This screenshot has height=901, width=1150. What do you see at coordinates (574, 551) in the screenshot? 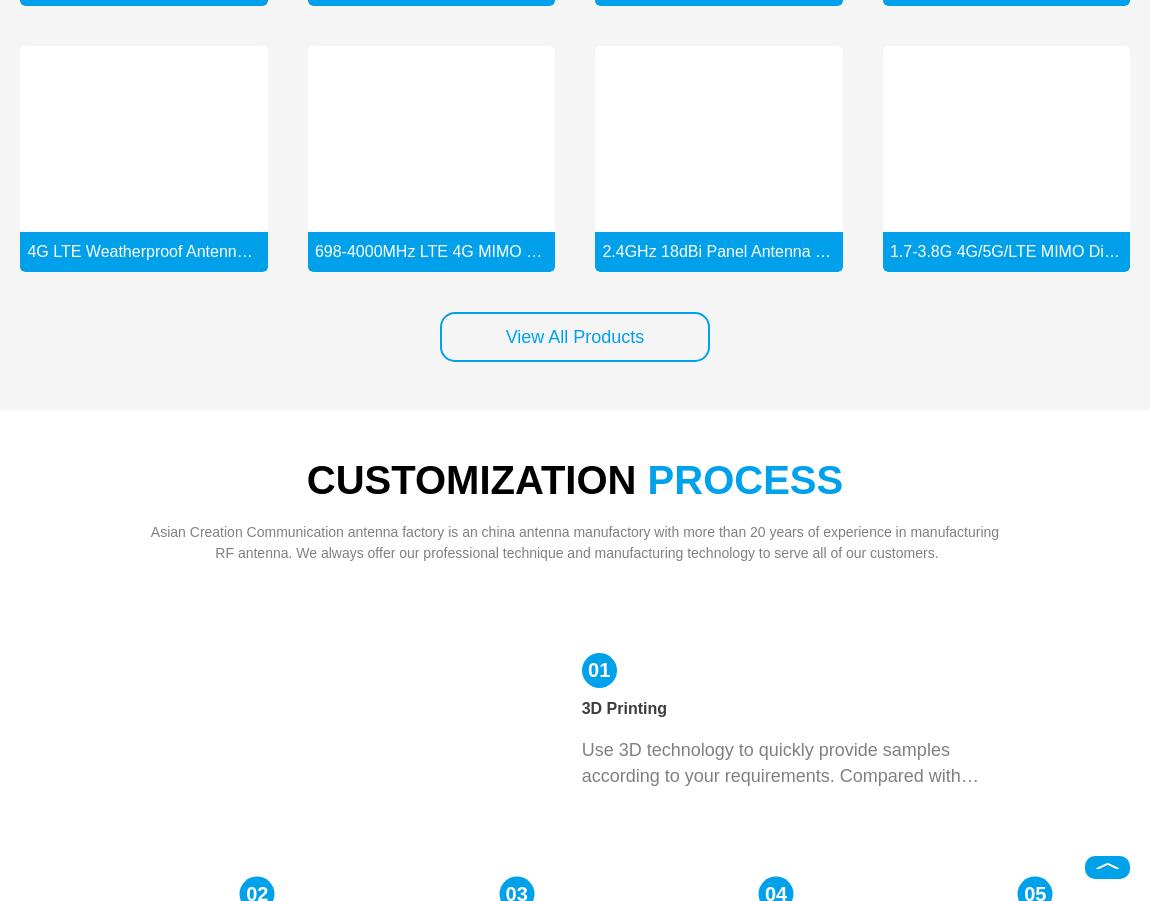
I see `'RF antenna. We always offer our professional technique and manufacturing technology to serve all of our customers.'` at bounding box center [574, 551].